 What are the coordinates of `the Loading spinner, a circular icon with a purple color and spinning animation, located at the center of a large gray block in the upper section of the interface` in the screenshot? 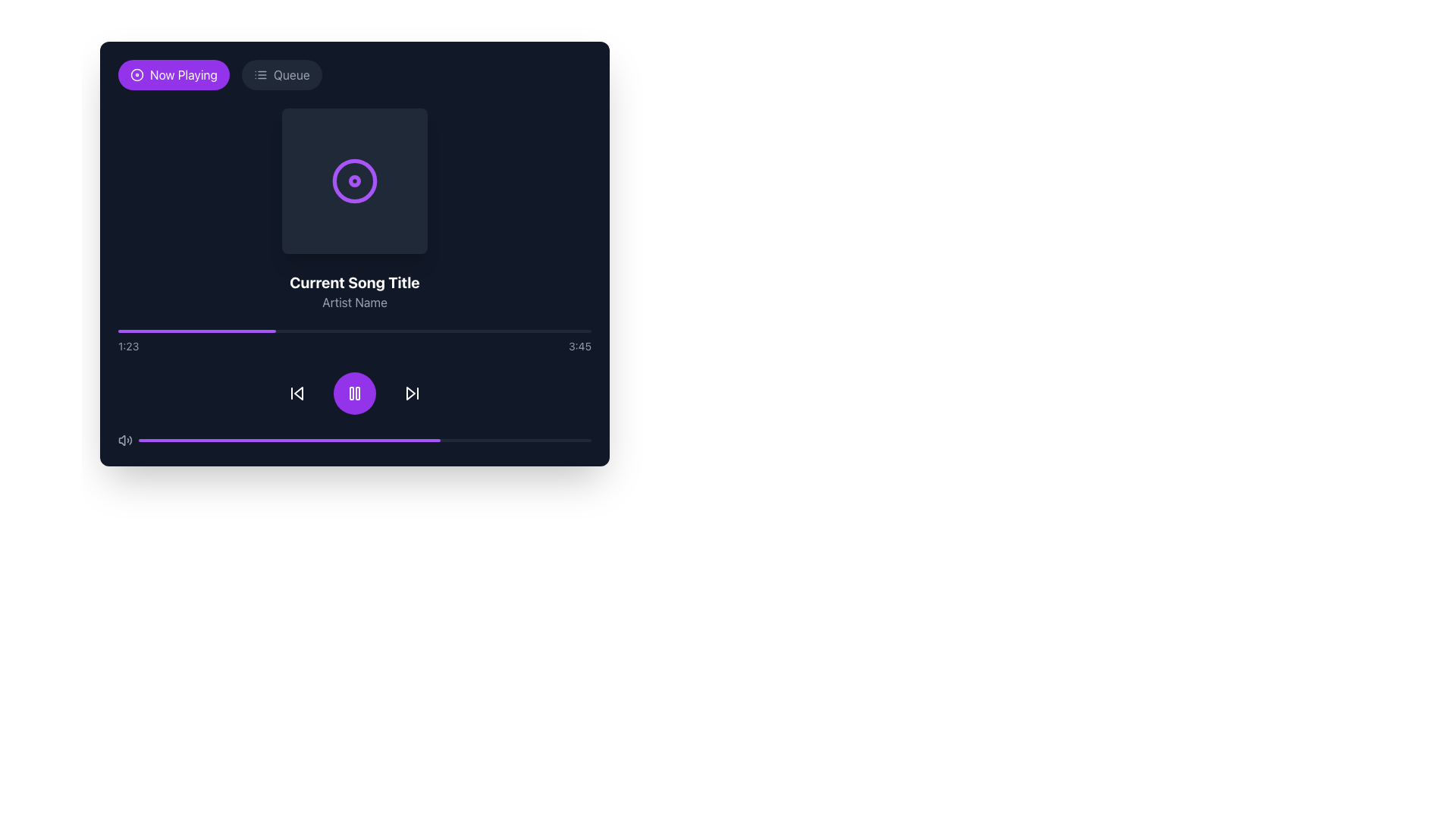 It's located at (353, 180).